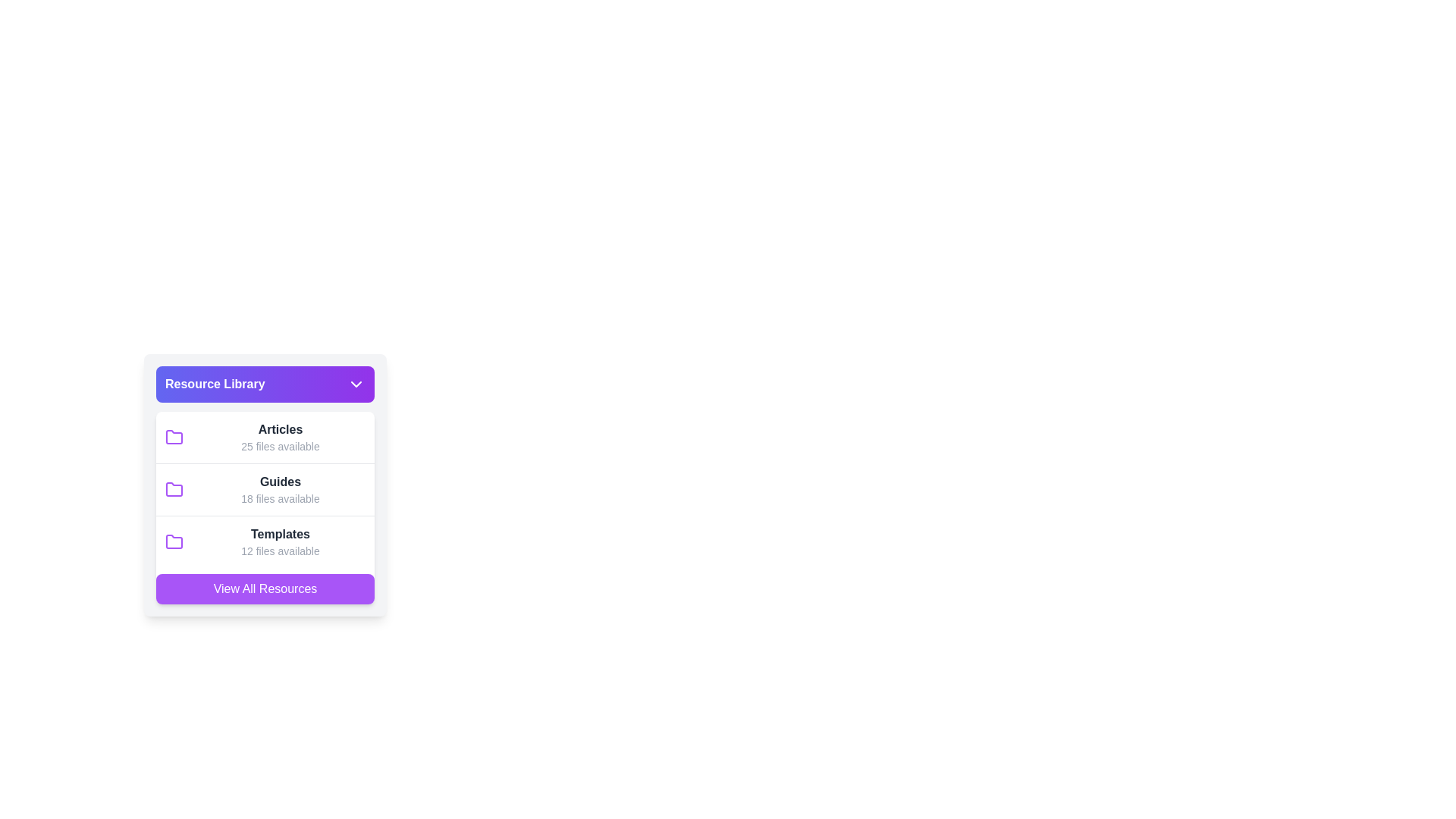  I want to click on the purple stylized folder icon located adjacent to the 'Templates' label in the 'Resource Library' dropdown menu, so click(174, 540).